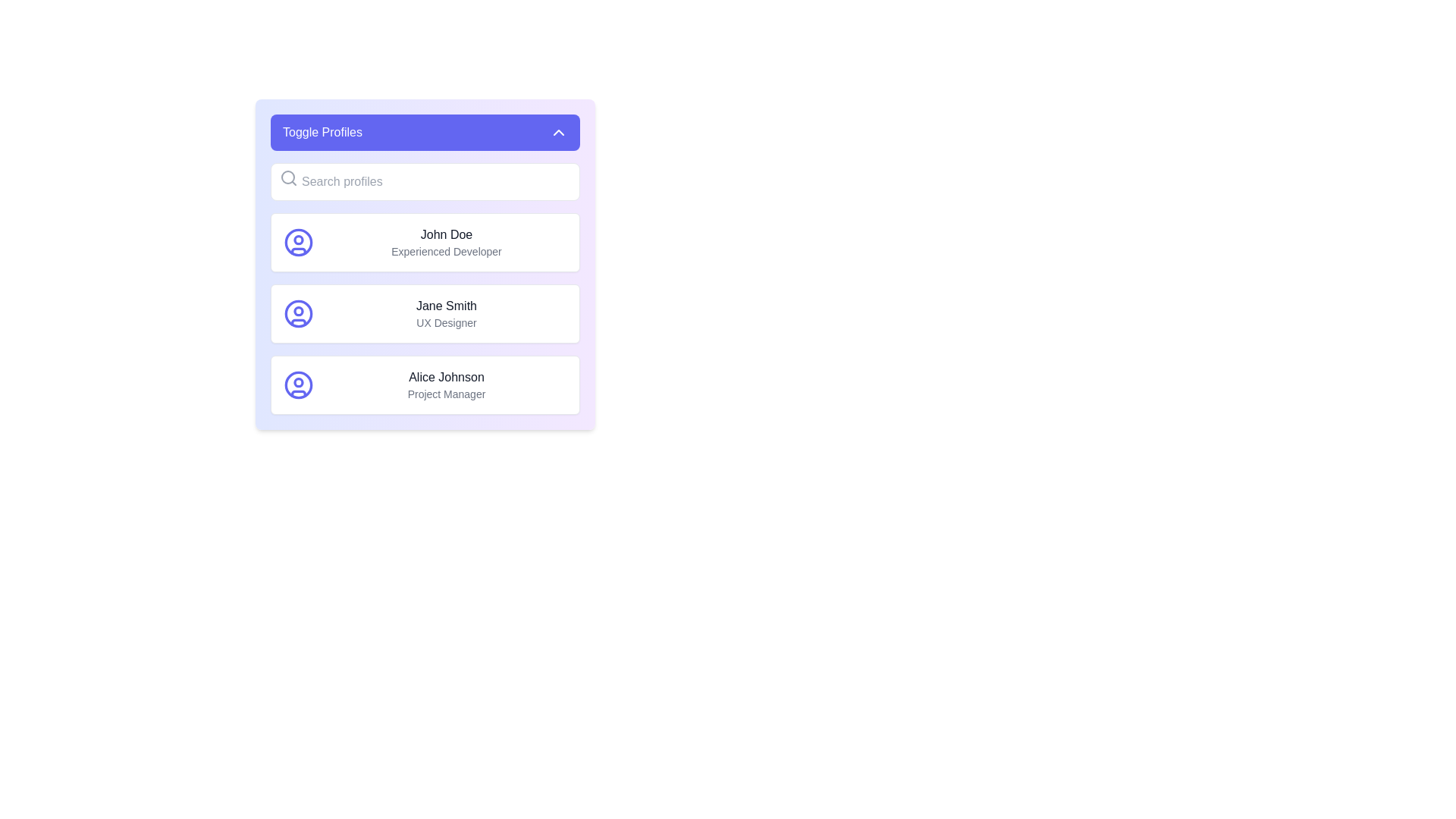 The width and height of the screenshot is (1456, 819). I want to click on the chevron-up icon, which is located adjacent to the right edge of the 'Toggle Profiles' section in the header area, so click(558, 131).